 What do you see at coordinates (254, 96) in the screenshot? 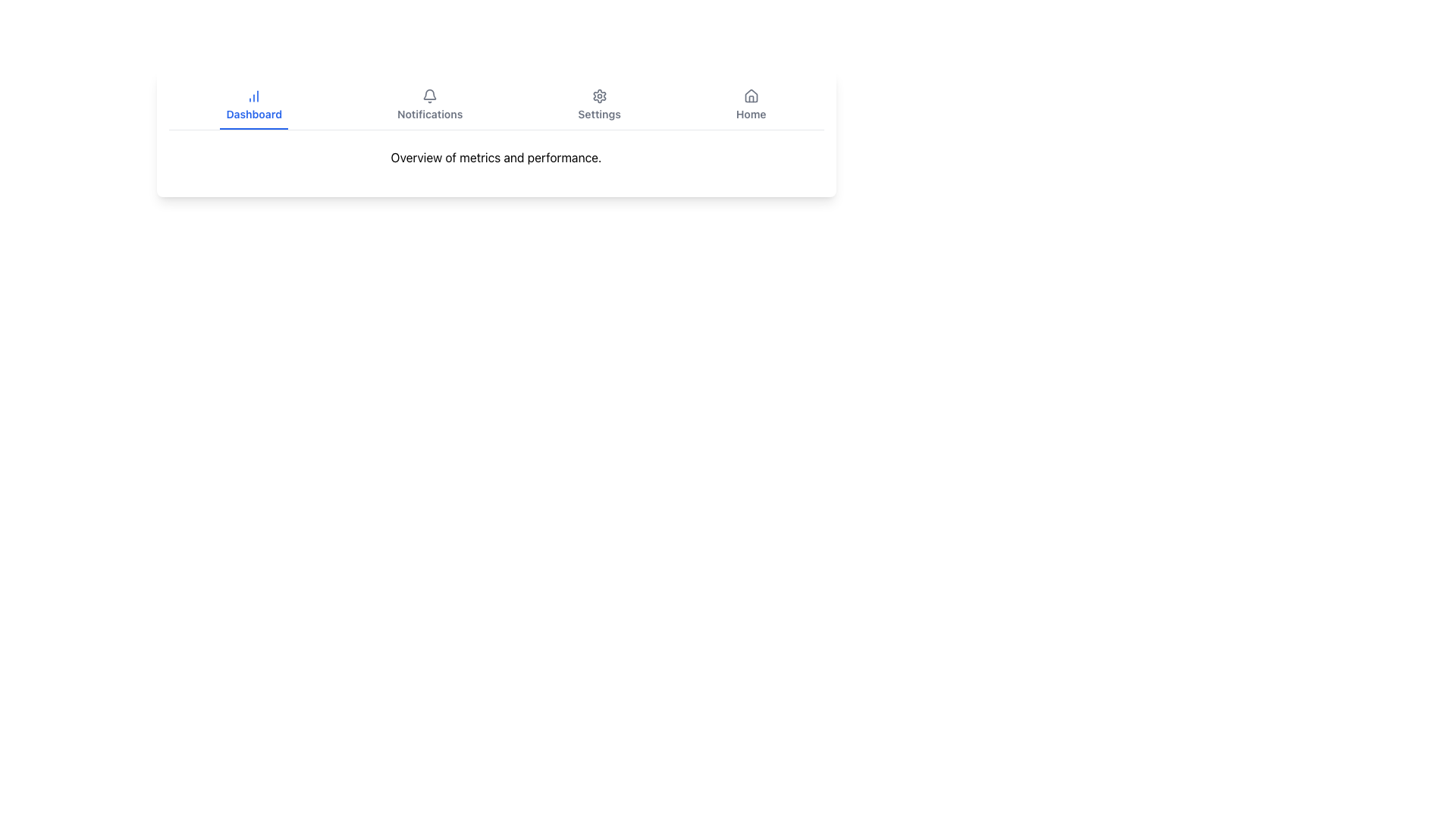
I see `the column chart-like icon representing the 'Dashboard' section in the top-center navigation bar` at bounding box center [254, 96].